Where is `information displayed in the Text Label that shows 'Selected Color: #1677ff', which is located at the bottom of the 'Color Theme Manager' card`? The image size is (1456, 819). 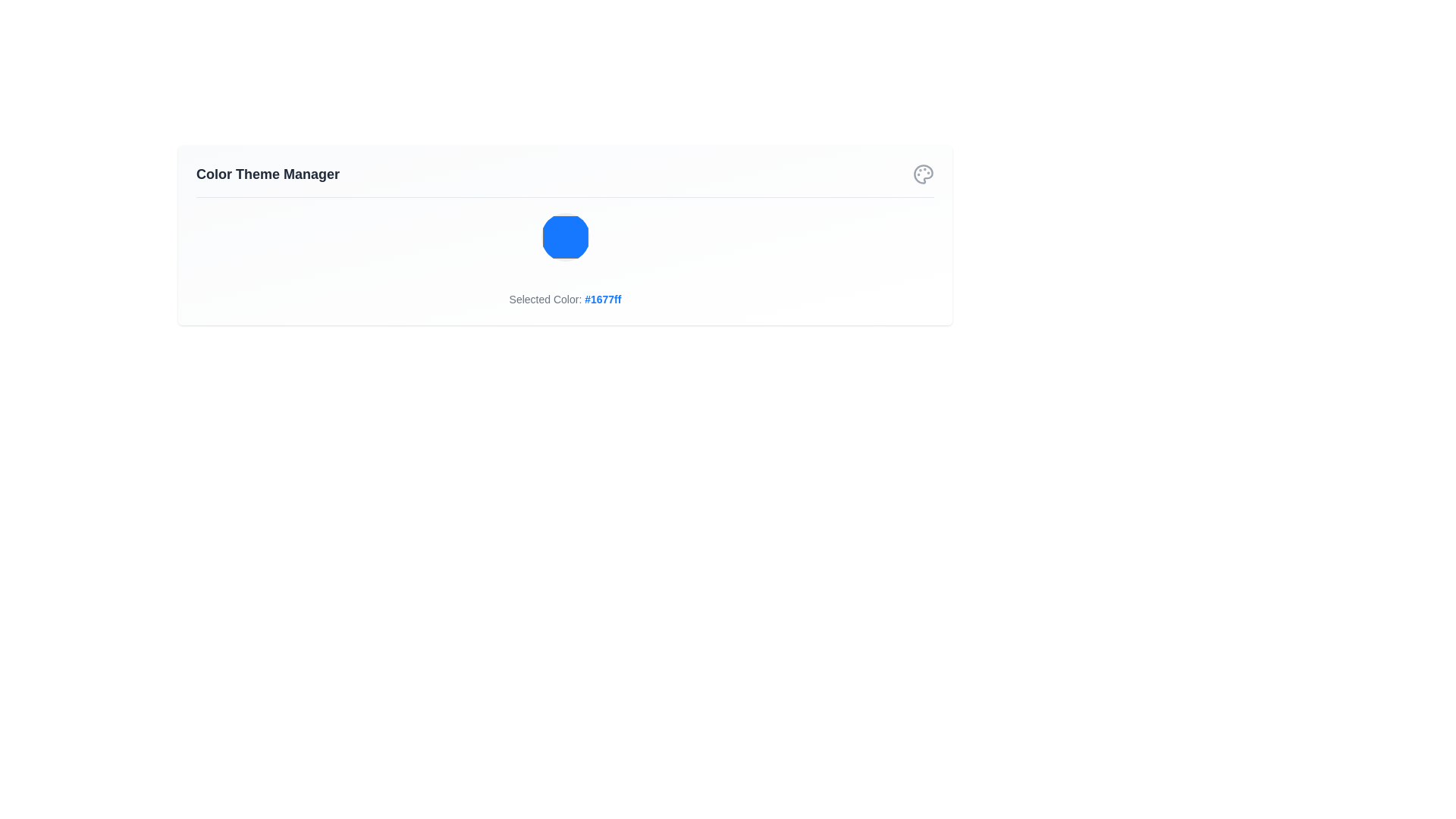
information displayed in the Text Label that shows 'Selected Color: #1677ff', which is located at the bottom of the 'Color Theme Manager' card is located at coordinates (564, 299).